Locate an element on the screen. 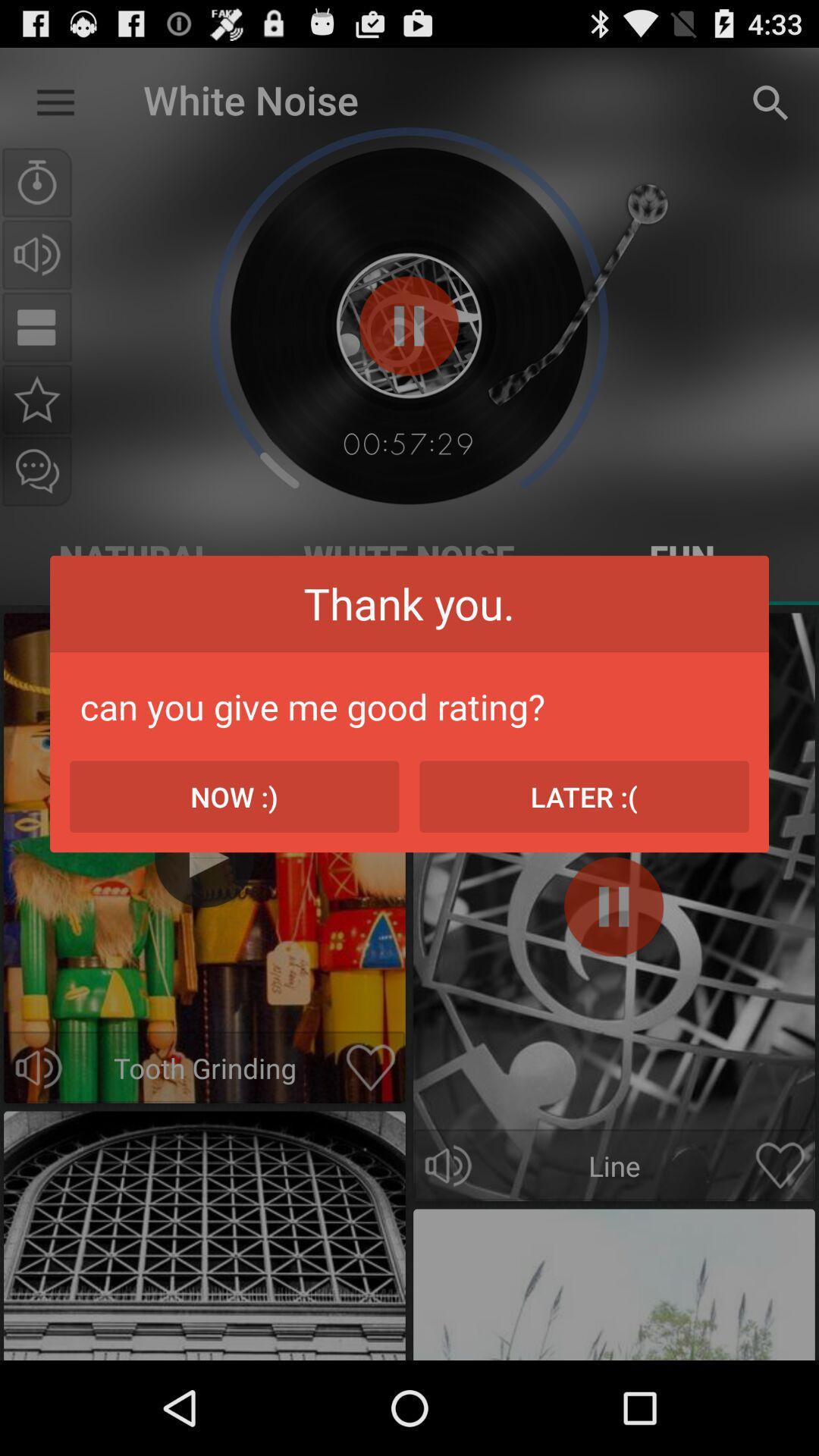 The image size is (819, 1456). icon below the can you give item is located at coordinates (583, 795).